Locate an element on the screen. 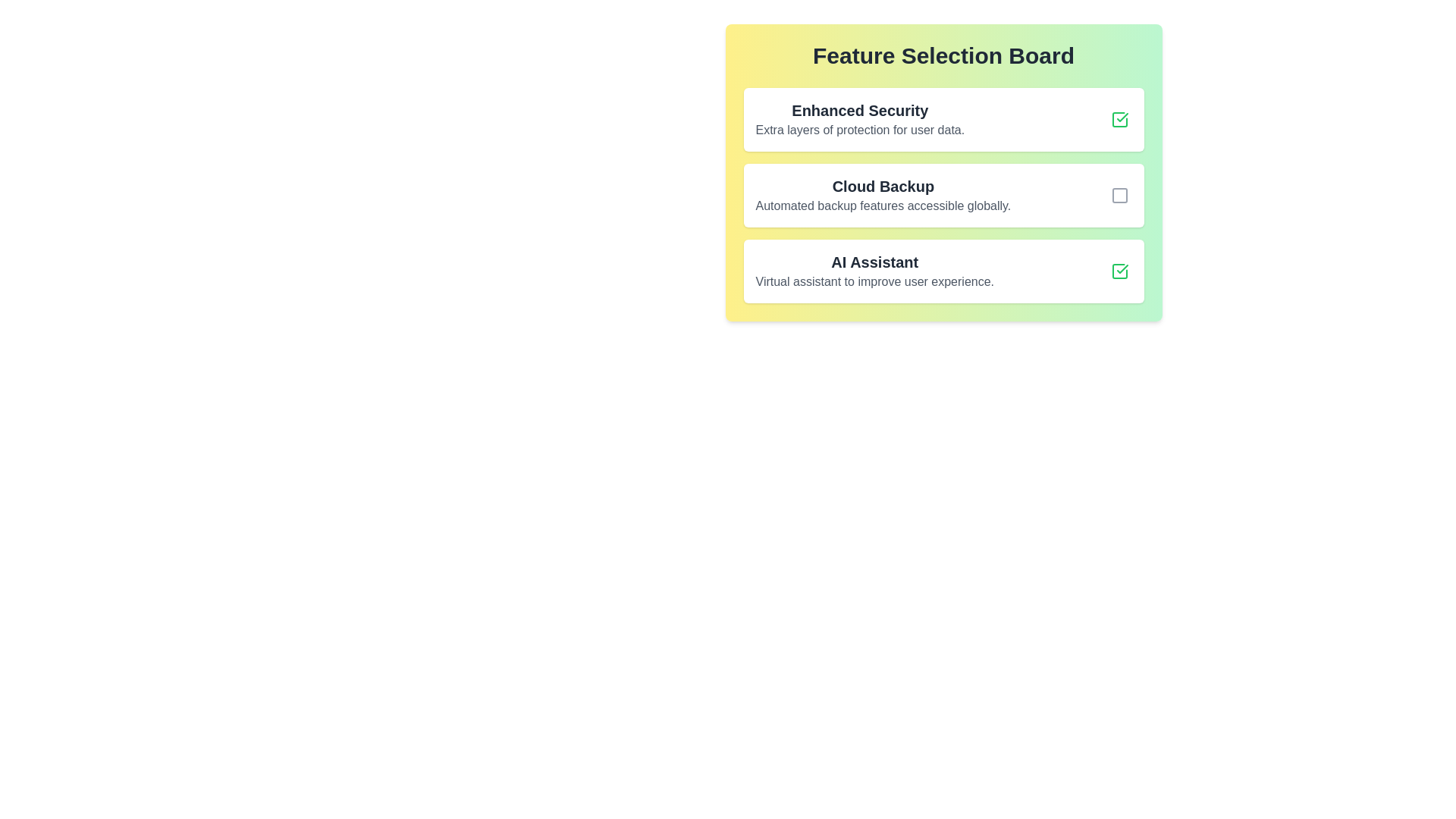  the active green checkbox icon on the right side of the 'AI Assistant' row in the 'Feature Selection Board' is located at coordinates (1119, 271).